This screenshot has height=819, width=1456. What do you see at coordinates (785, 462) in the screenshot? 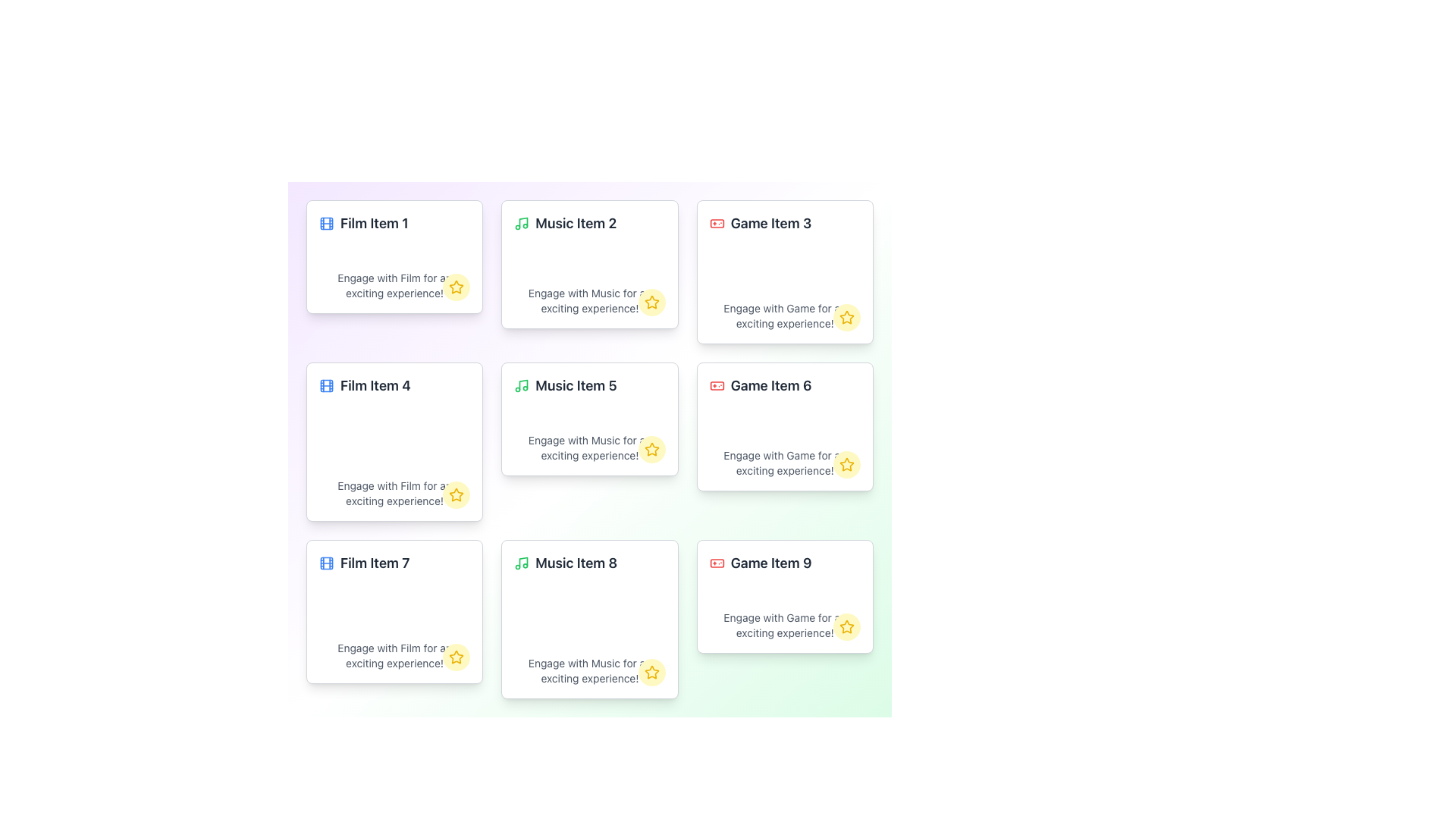
I see `text label that displays 'Engage with Game for an exciting experience!' located at the bottom of the card for 'Game Item 6.'` at bounding box center [785, 462].